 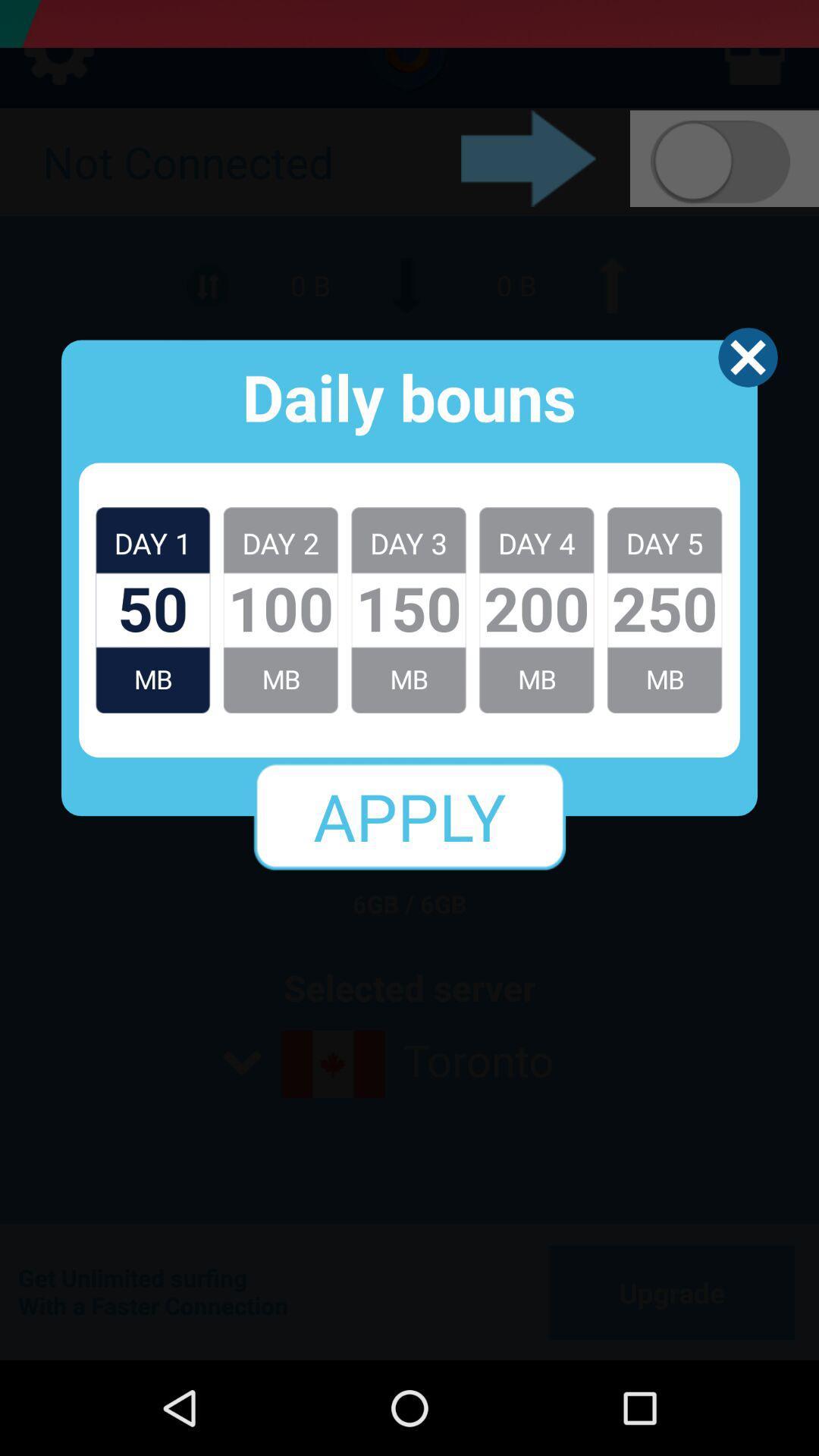 I want to click on window, so click(x=747, y=356).